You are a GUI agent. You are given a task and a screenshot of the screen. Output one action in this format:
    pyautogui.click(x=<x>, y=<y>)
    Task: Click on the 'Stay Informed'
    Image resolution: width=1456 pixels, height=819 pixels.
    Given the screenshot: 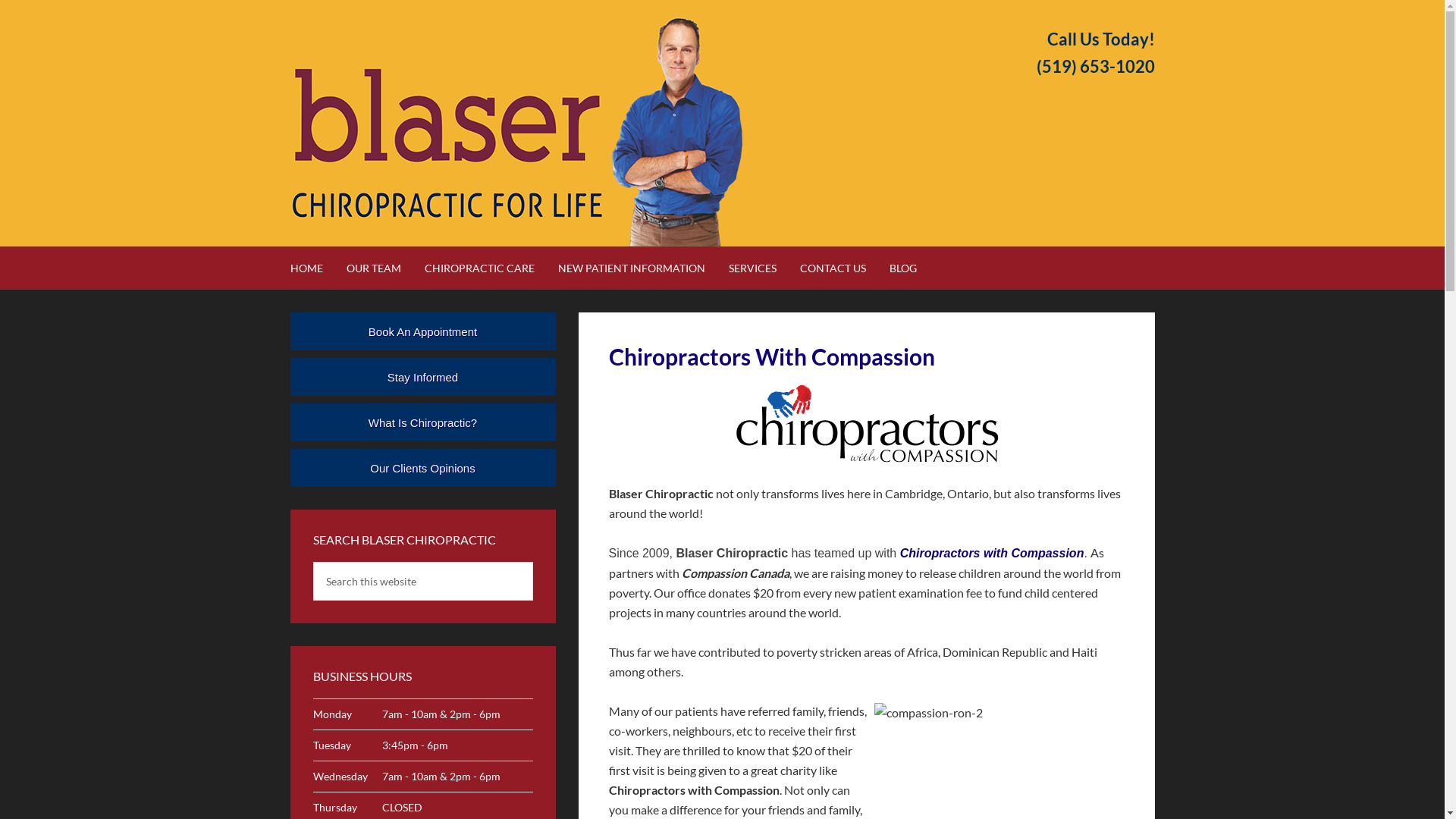 What is the action you would take?
    pyautogui.click(x=422, y=376)
    